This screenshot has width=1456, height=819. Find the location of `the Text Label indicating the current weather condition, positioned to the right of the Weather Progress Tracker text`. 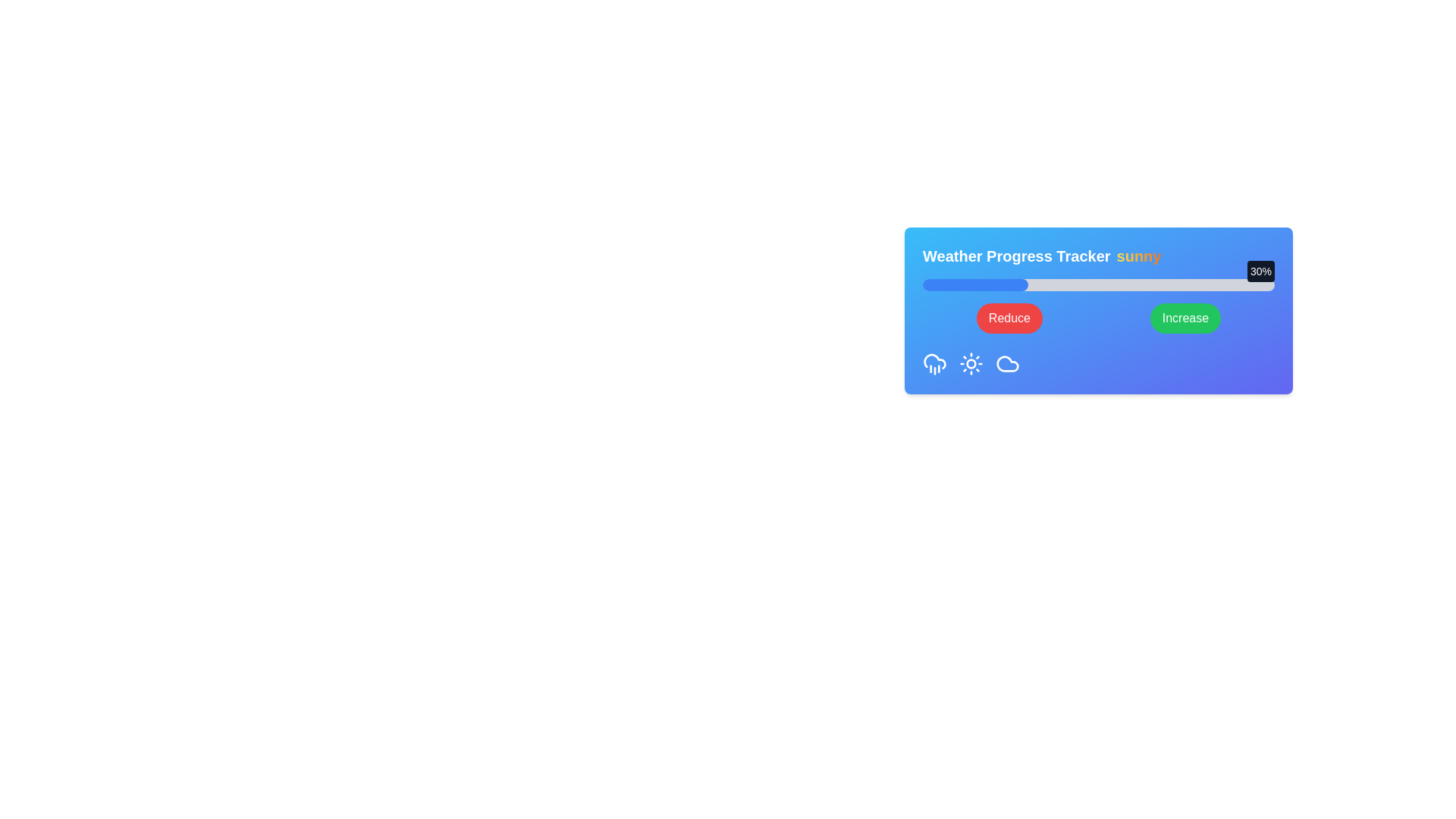

the Text Label indicating the current weather condition, positioned to the right of the Weather Progress Tracker text is located at coordinates (1139, 256).